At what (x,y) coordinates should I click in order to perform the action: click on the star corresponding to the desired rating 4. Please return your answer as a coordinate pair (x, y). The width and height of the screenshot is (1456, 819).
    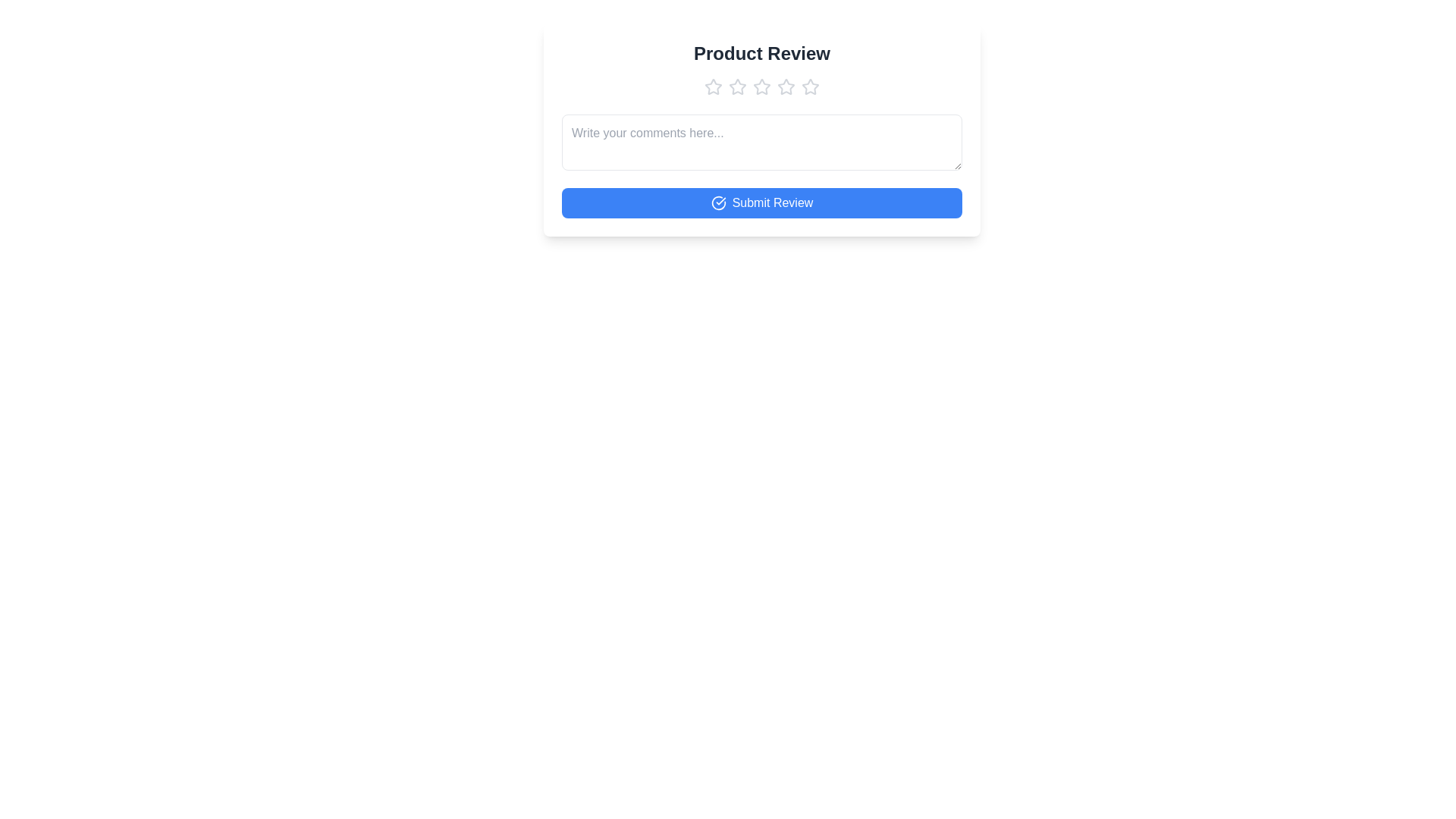
    Looking at the image, I should click on (786, 87).